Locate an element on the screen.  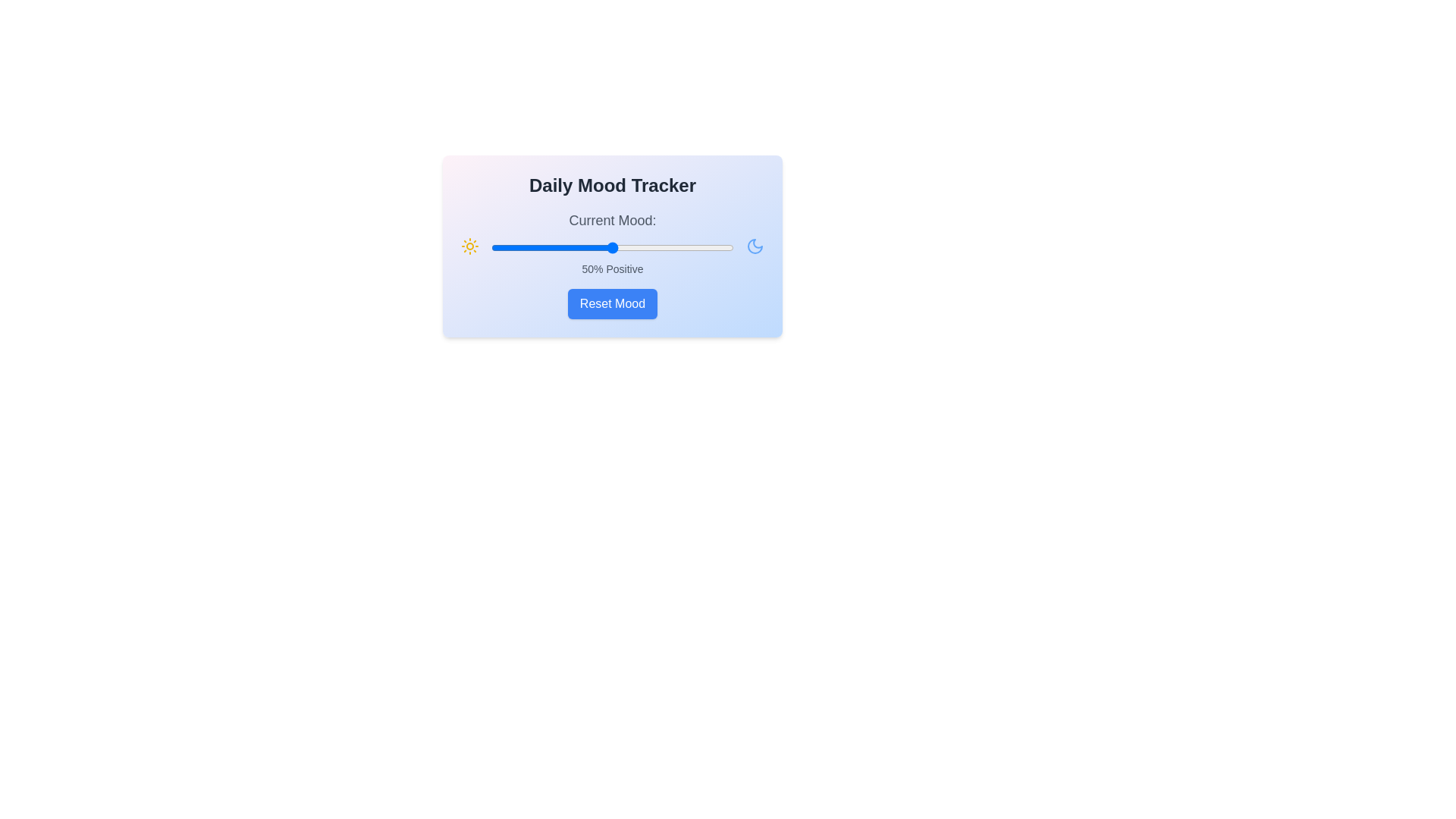
the mood slider is located at coordinates (520, 247).